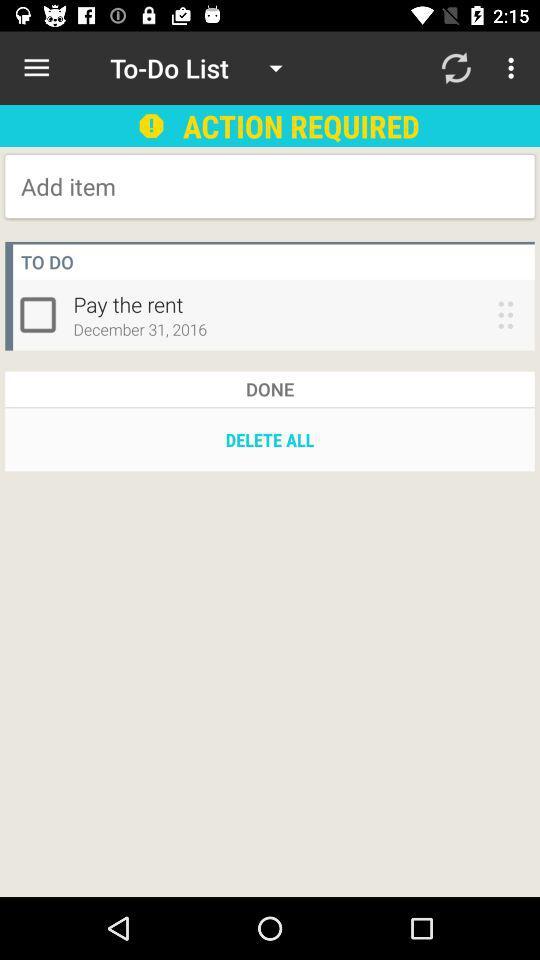 The height and width of the screenshot is (960, 540). Describe the element at coordinates (181, 186) in the screenshot. I see `another item` at that location.